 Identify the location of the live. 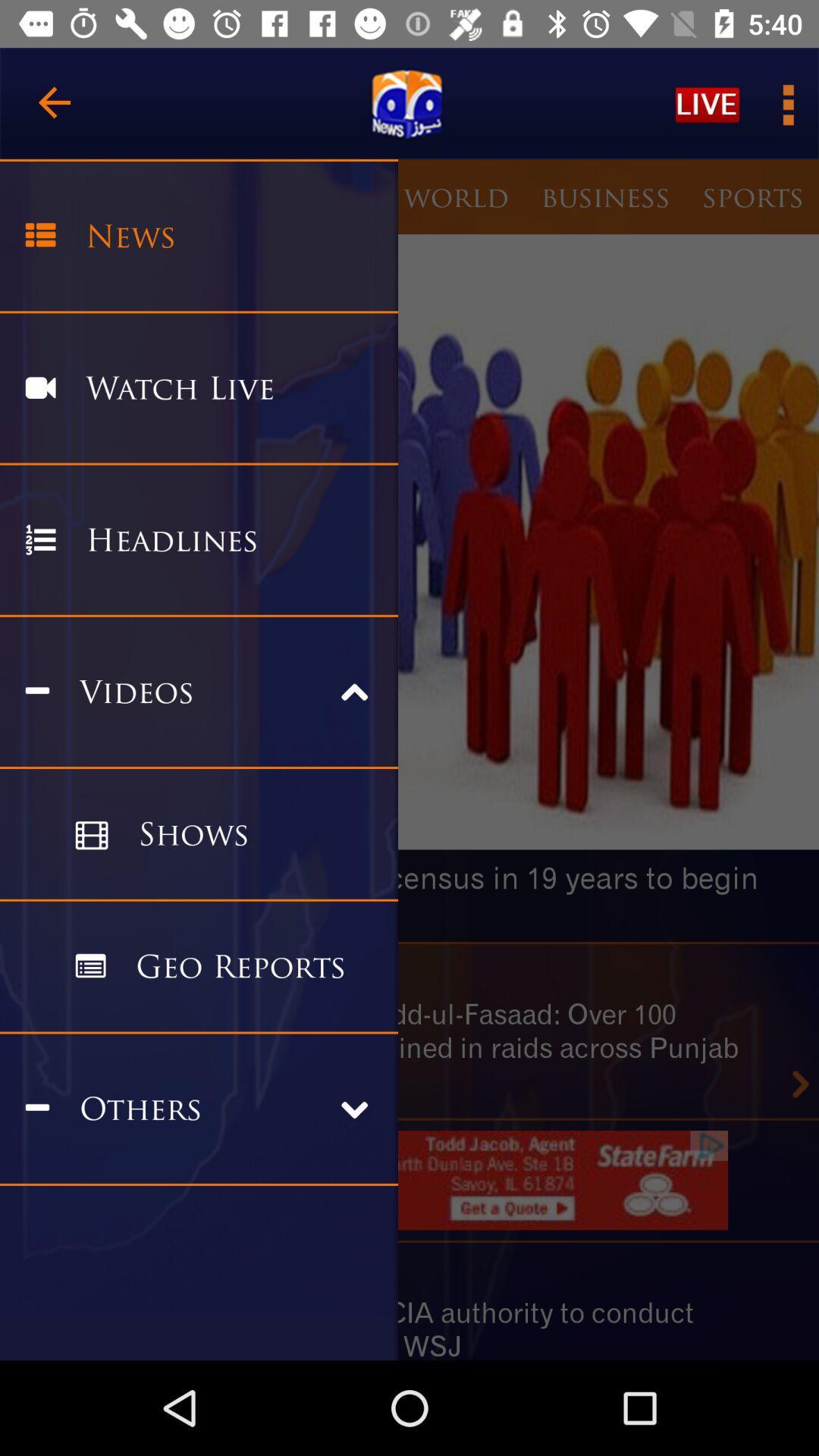
(708, 103).